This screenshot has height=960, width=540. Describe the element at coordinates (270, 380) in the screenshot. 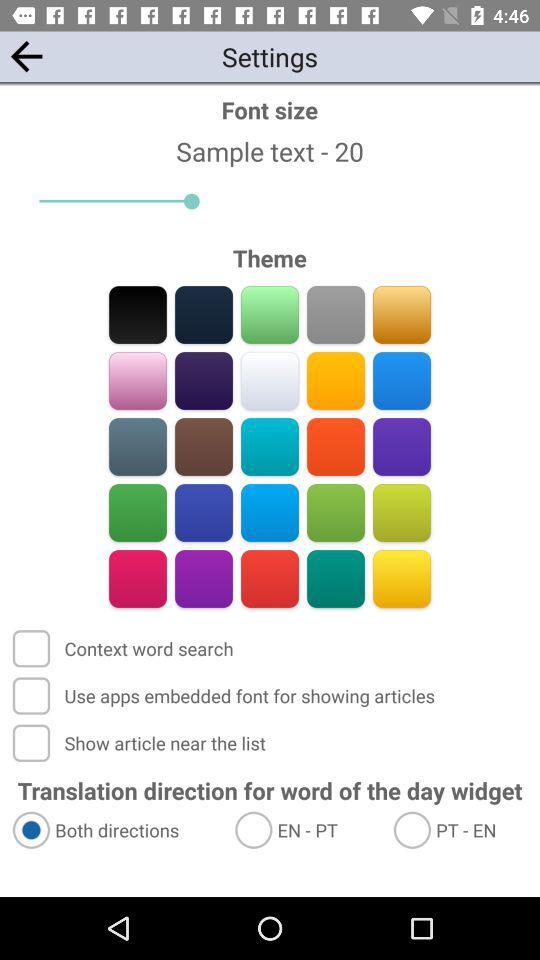

I see `white color` at that location.